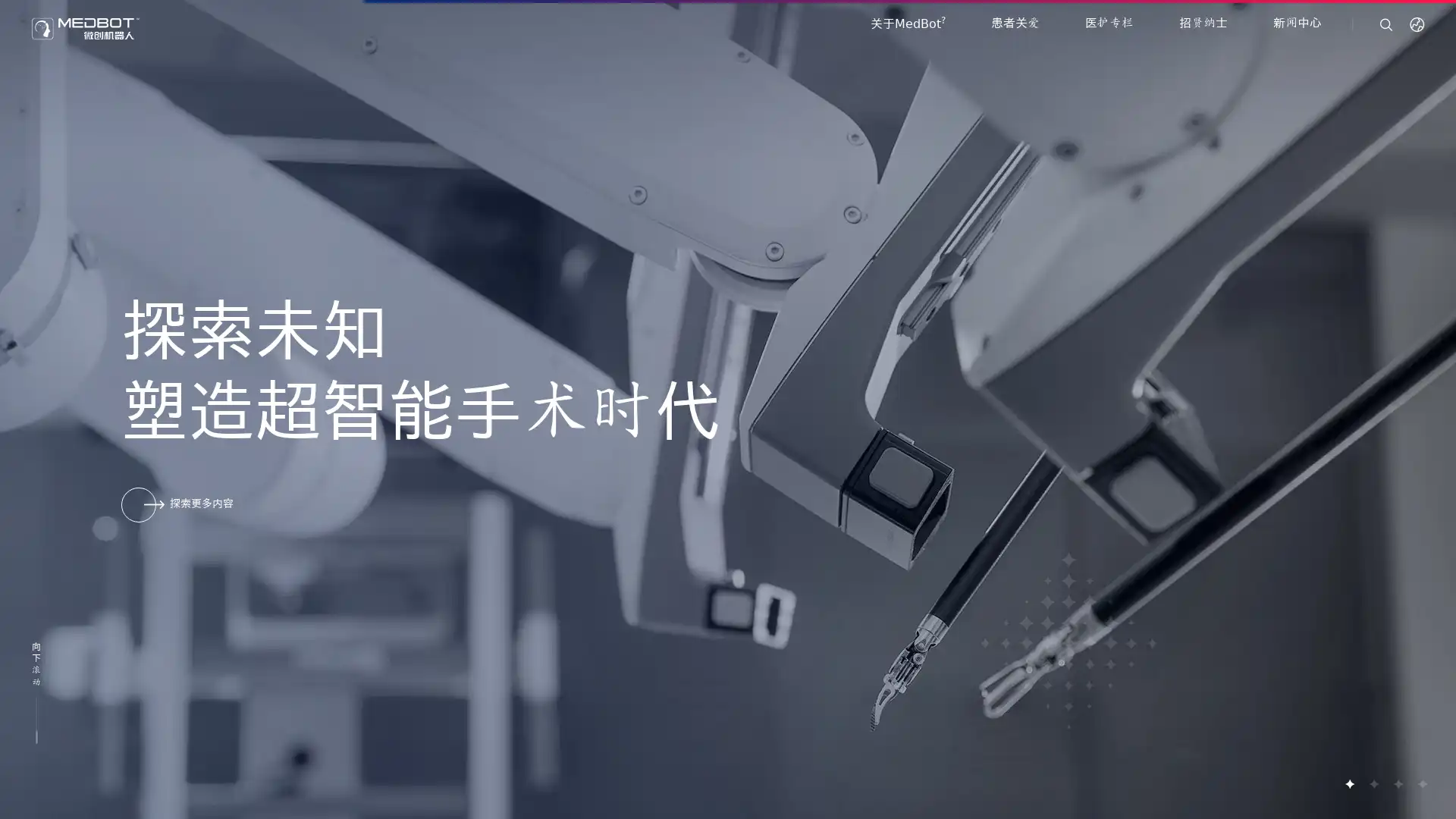 This screenshot has height=819, width=1456. I want to click on Go to slide 4, so click(1421, 783).